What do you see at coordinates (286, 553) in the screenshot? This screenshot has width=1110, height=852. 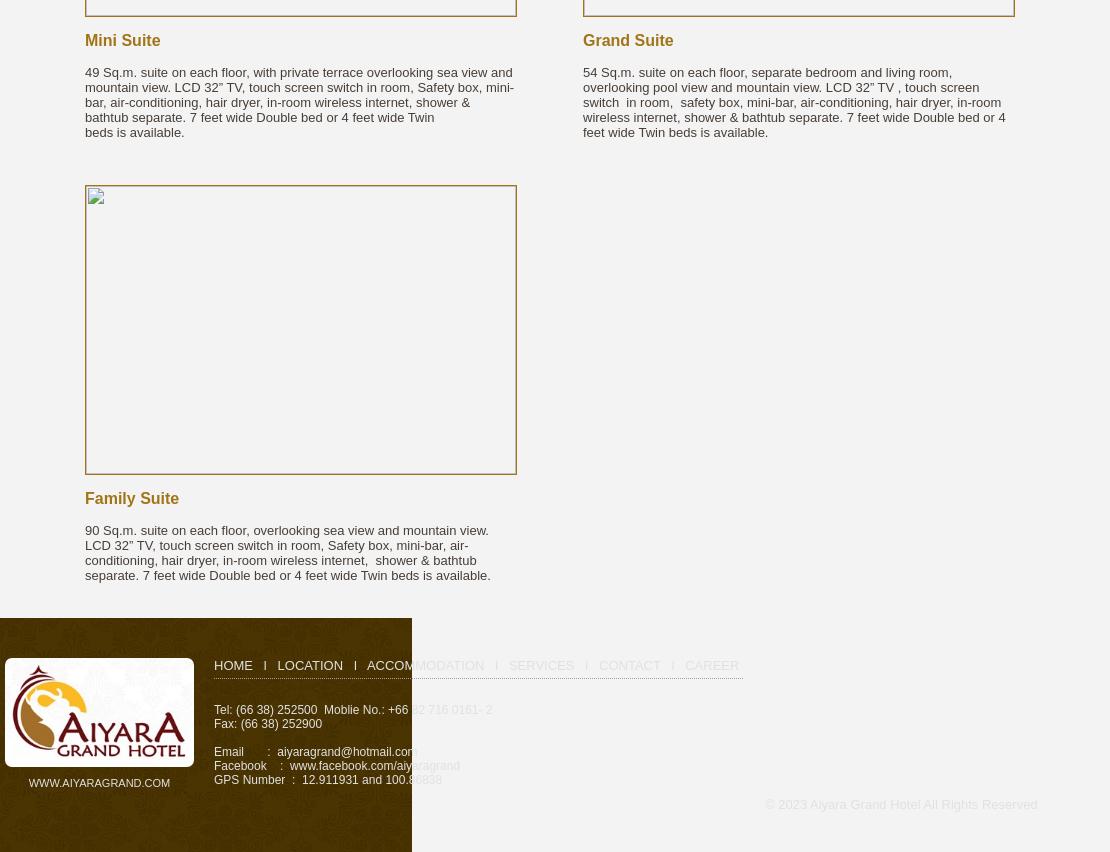 I see `'90 Sq.m. suite on each floor, overlooking sea view and mountain view. LCD 32” TV, touch screen switch in room, Safety box, mini-bar, air-conditioning, hair dryer, in-room wireless internet,  shower & bathtub separate. 7 feet wide Double bed or 4 feet wide Twin beds is available.'` at bounding box center [286, 553].